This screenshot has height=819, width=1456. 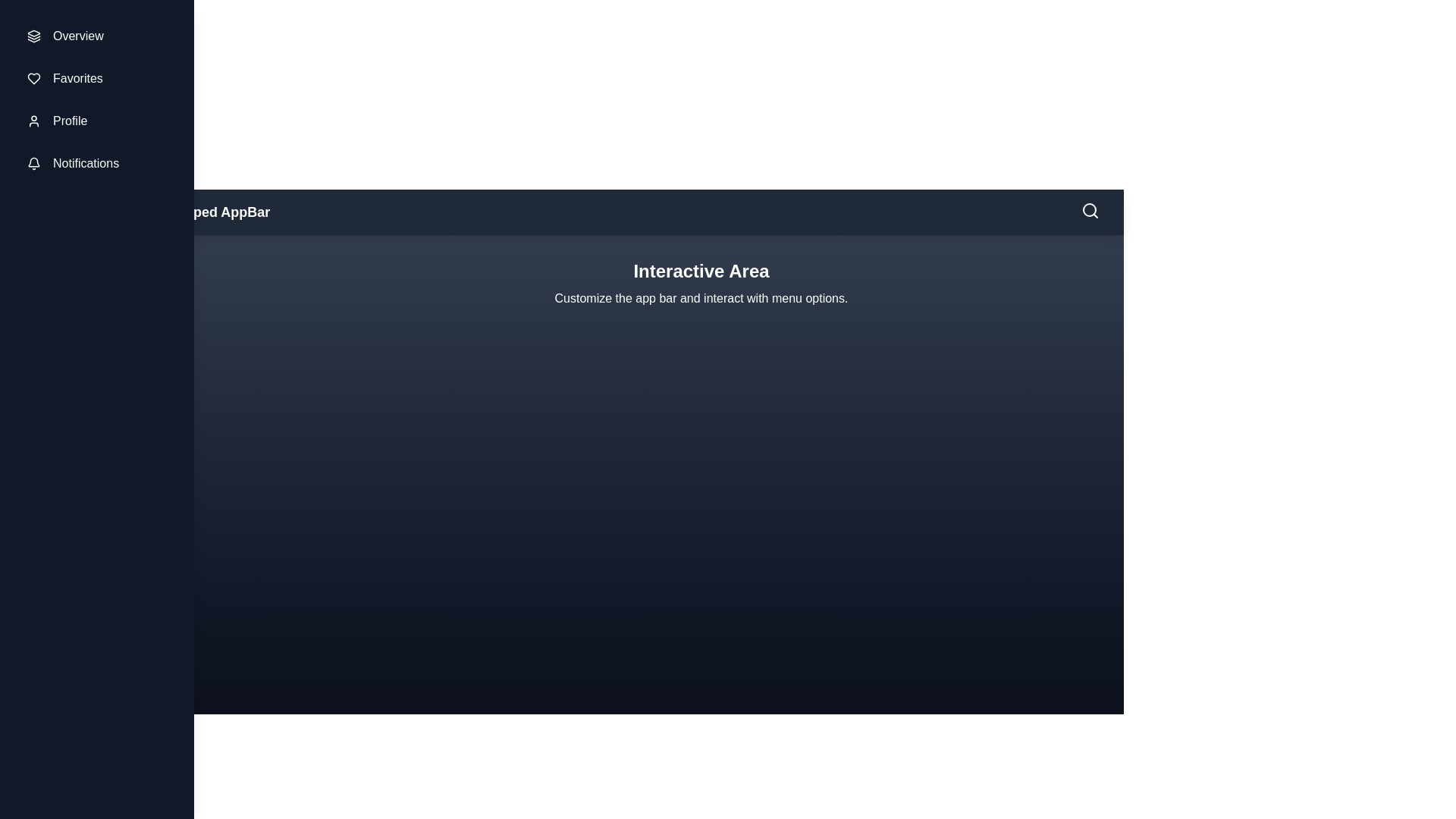 I want to click on the menu item Notifications in the sidebar, so click(x=96, y=164).